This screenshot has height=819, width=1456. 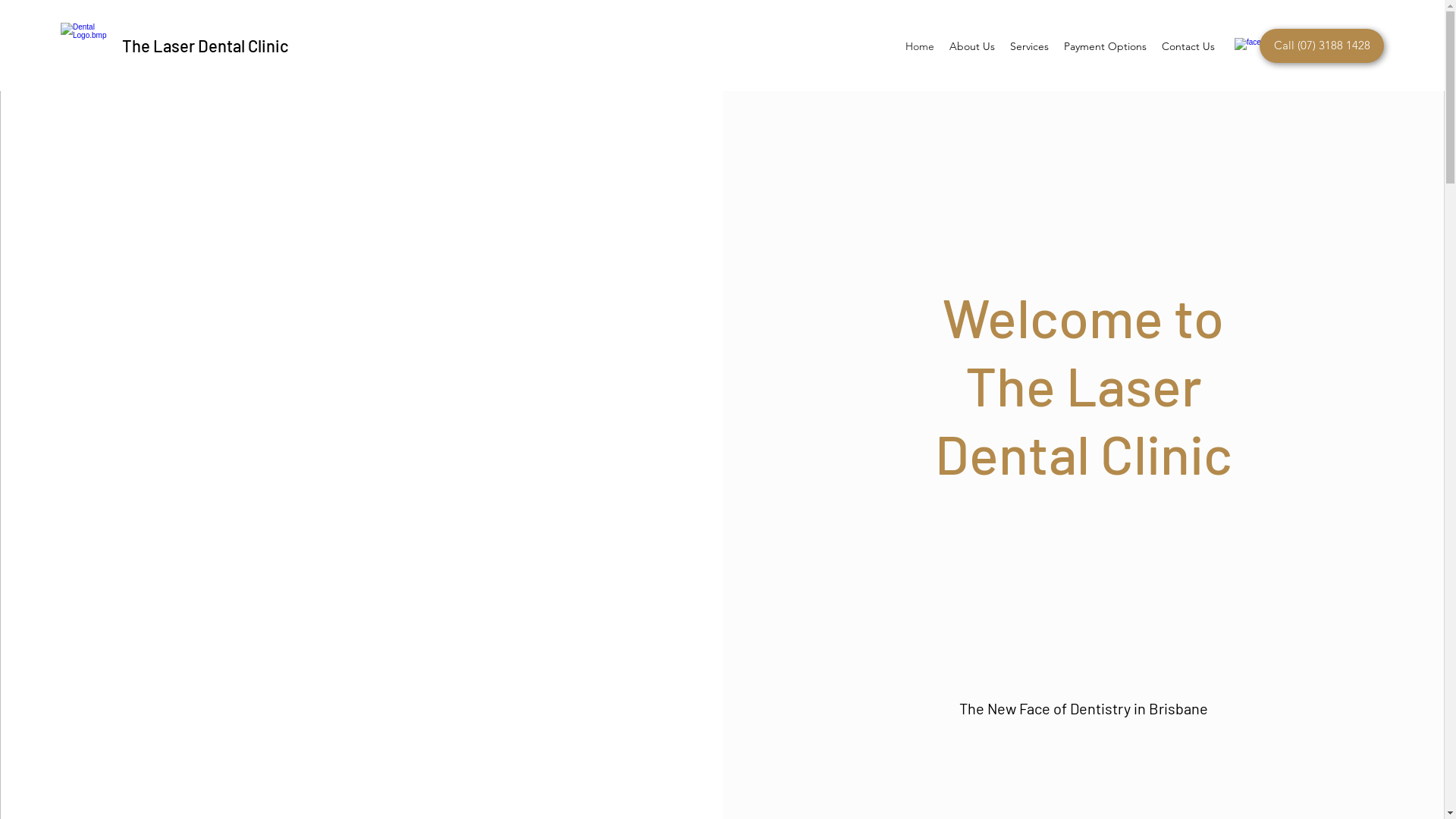 I want to click on 'About Us', so click(x=971, y=45).